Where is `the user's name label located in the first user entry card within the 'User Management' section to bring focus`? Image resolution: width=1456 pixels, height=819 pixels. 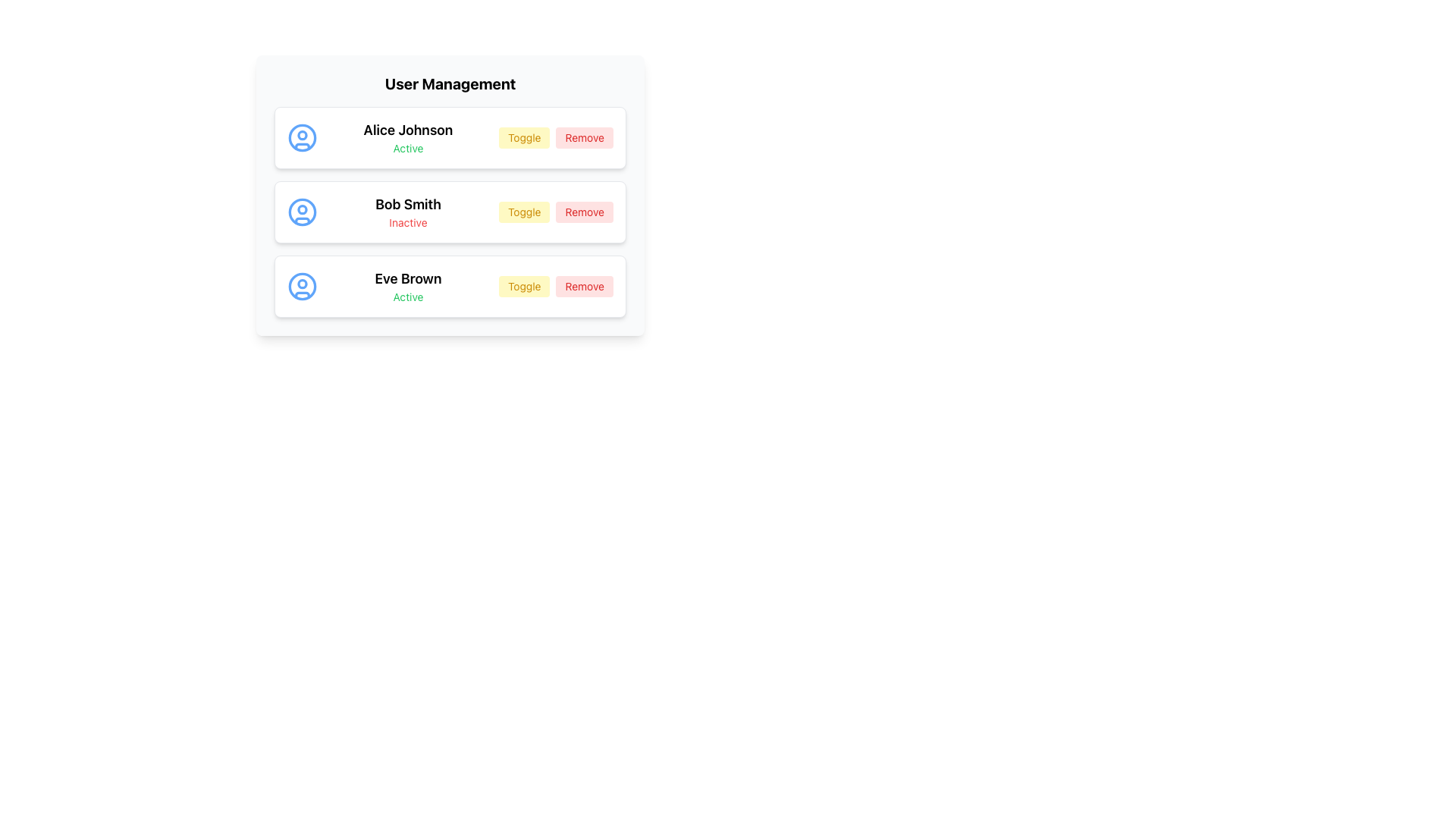 the user's name label located in the first user entry card within the 'User Management' section to bring focus is located at coordinates (408, 130).